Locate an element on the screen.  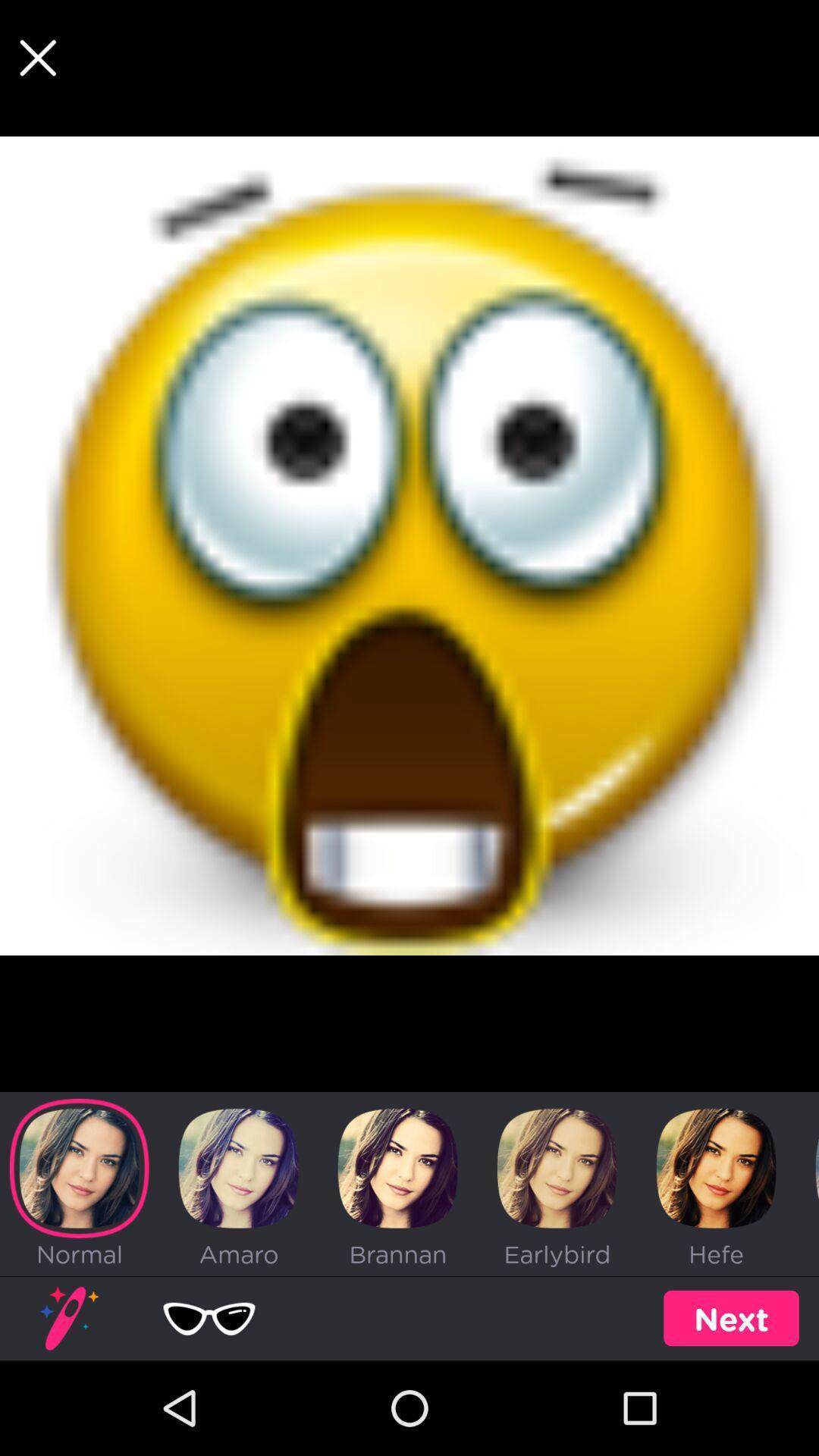
the image which is above normal is located at coordinates (79, 1167).